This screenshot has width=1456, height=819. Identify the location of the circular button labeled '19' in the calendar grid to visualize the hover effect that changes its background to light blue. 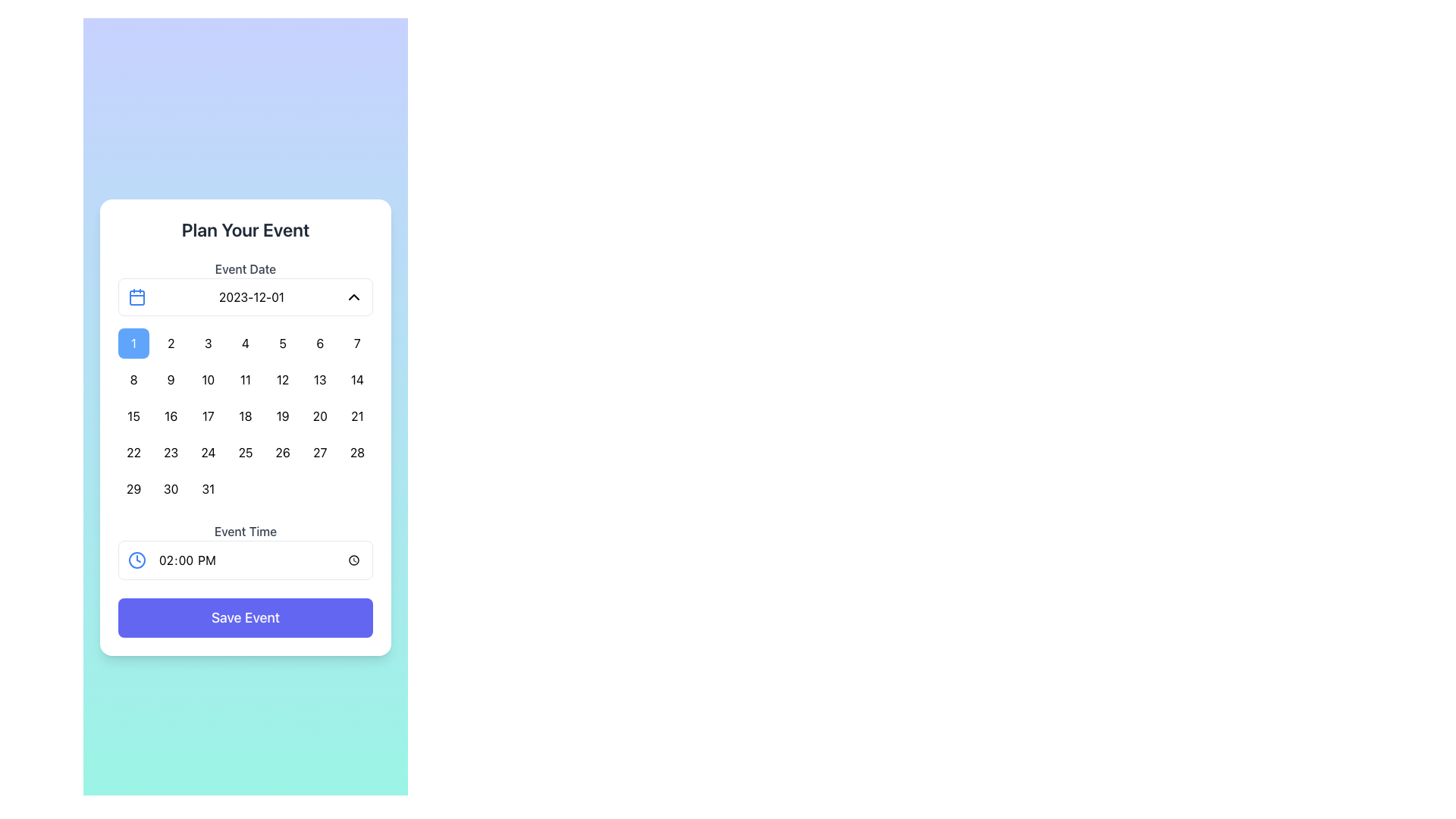
(283, 416).